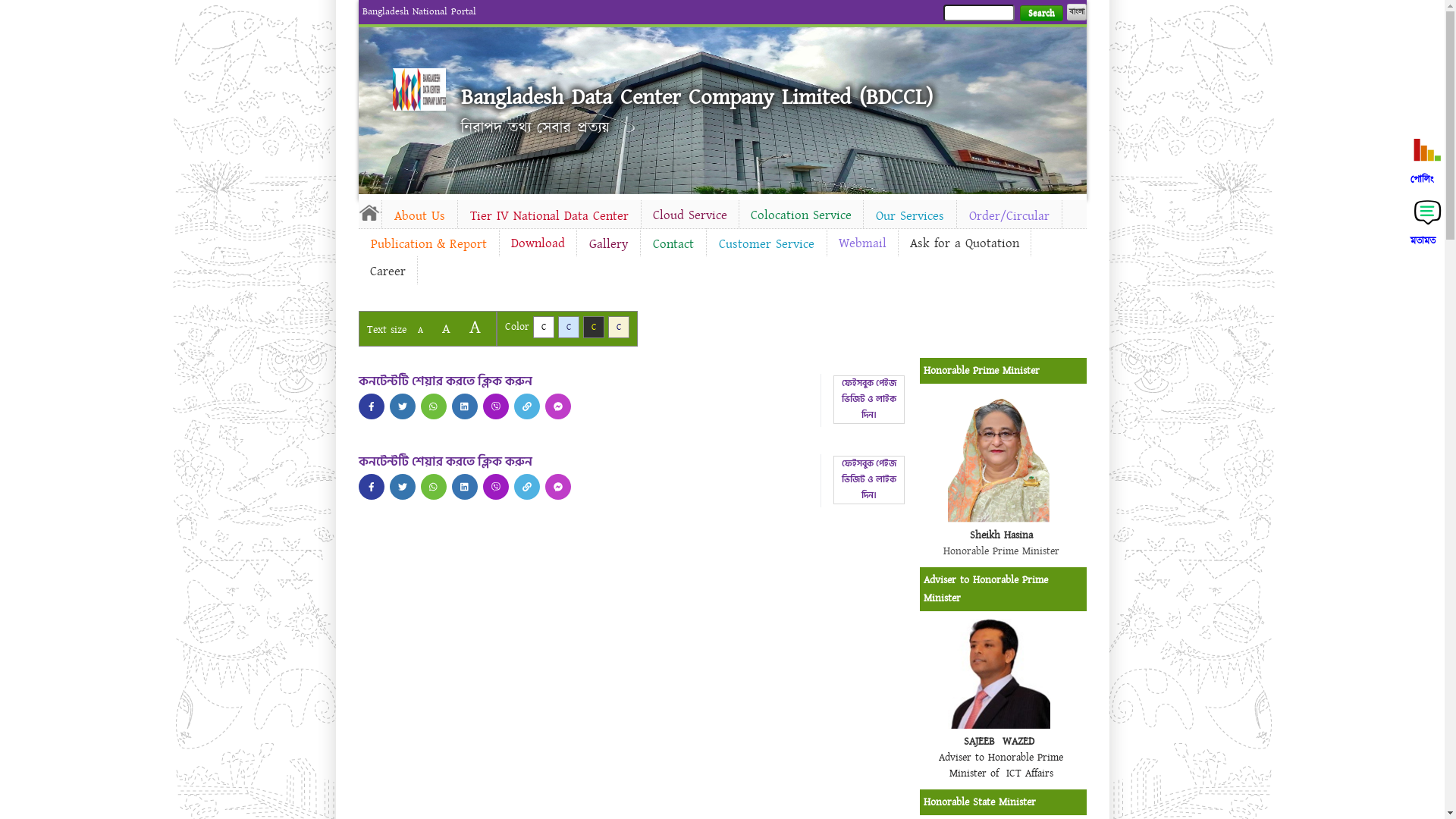  Describe the element at coordinates (592, 326) in the screenshot. I see `'C'` at that location.